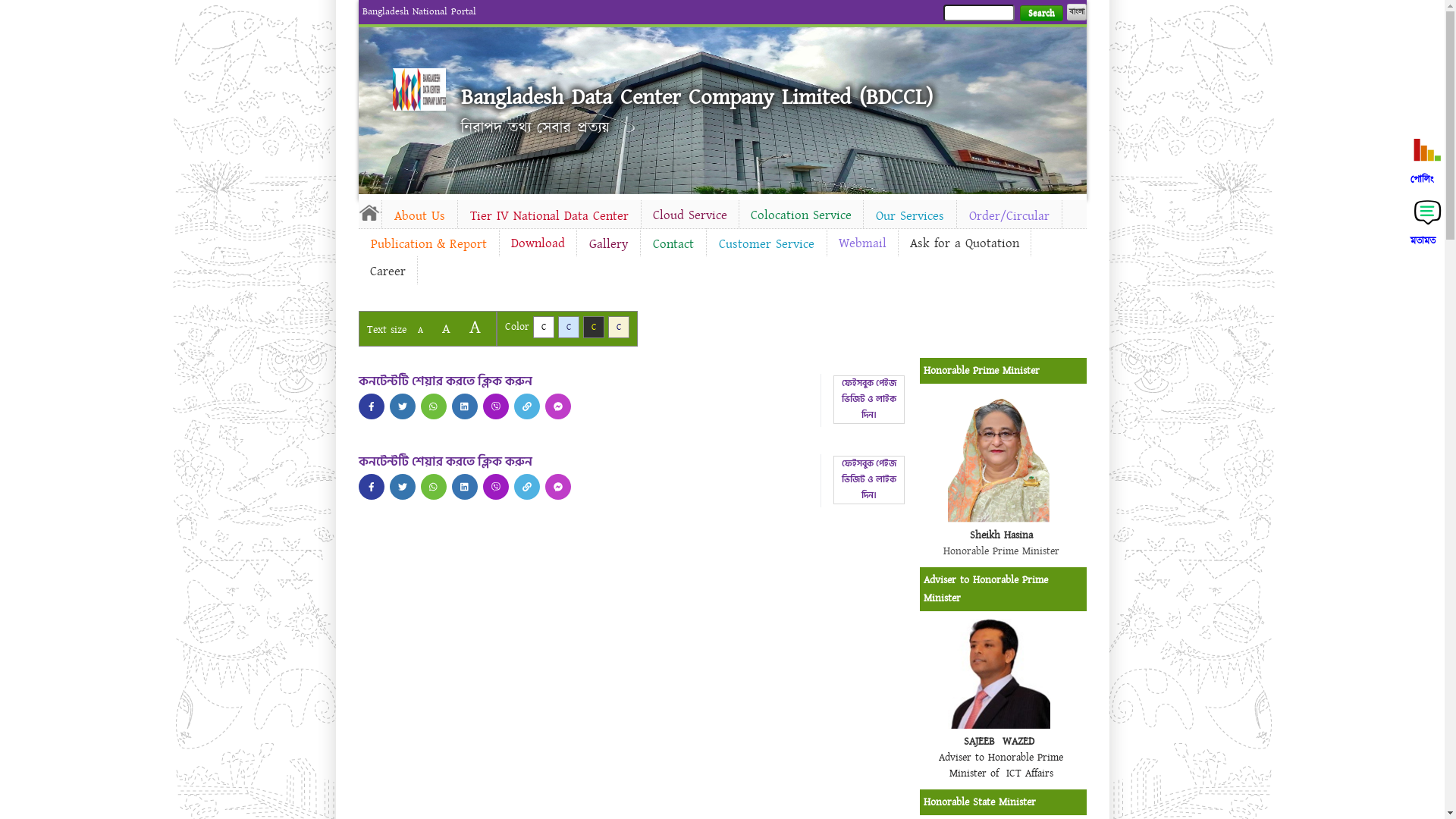  Describe the element at coordinates (592, 326) in the screenshot. I see `'C'` at that location.